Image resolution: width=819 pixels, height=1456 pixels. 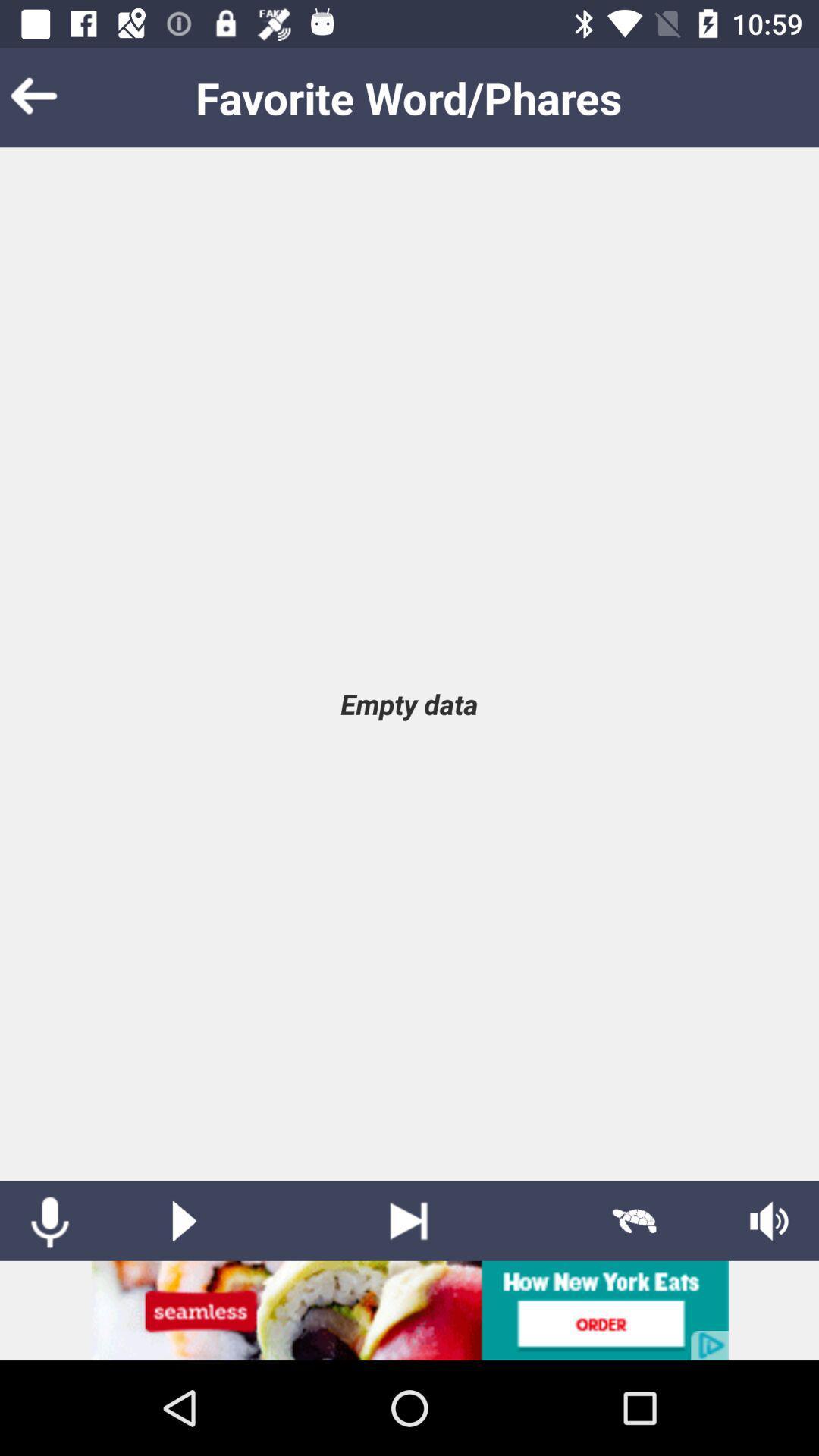 What do you see at coordinates (184, 1221) in the screenshot?
I see `audio` at bounding box center [184, 1221].